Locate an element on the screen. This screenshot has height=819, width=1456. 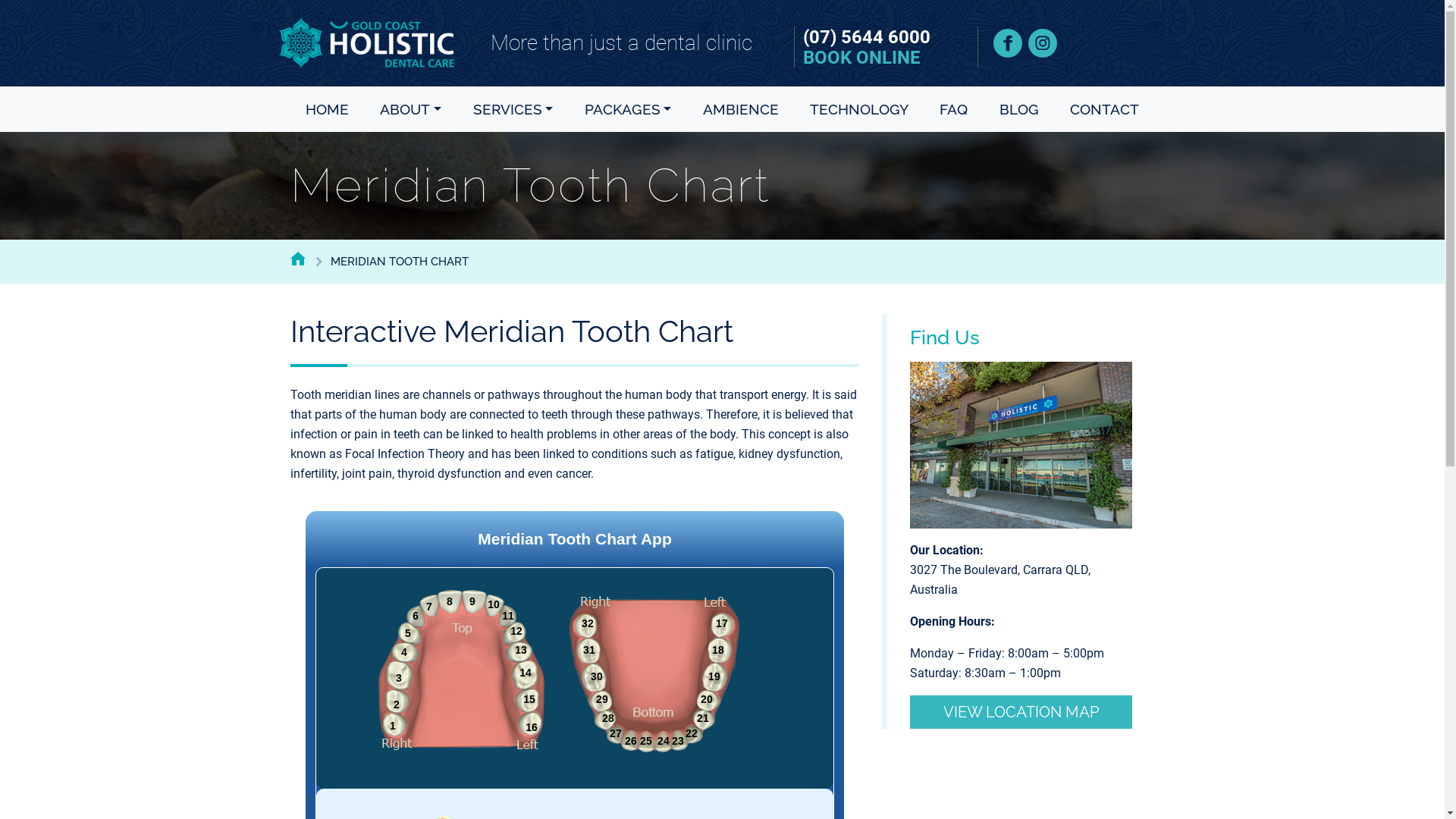
'FAQ' is located at coordinates (932, 108).